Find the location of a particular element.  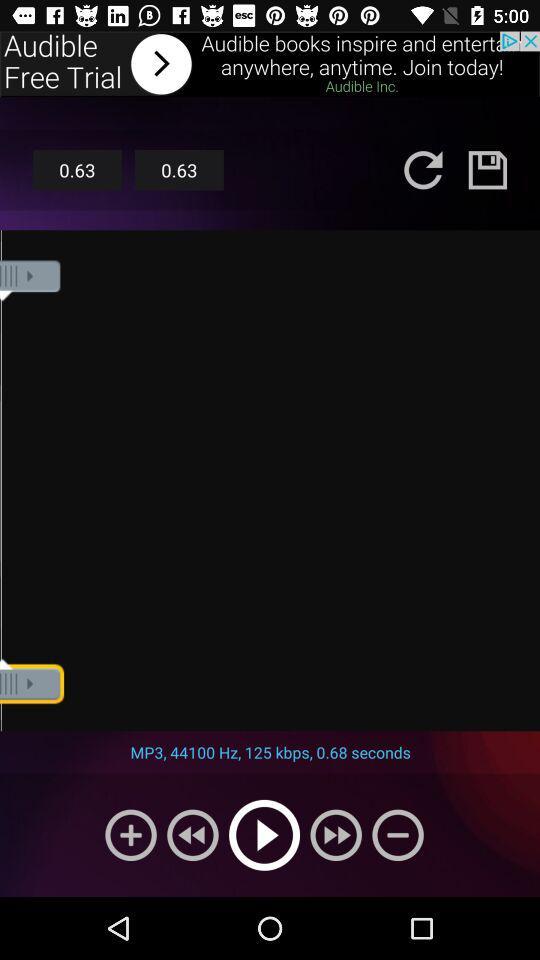

the av_forward icon is located at coordinates (336, 835).